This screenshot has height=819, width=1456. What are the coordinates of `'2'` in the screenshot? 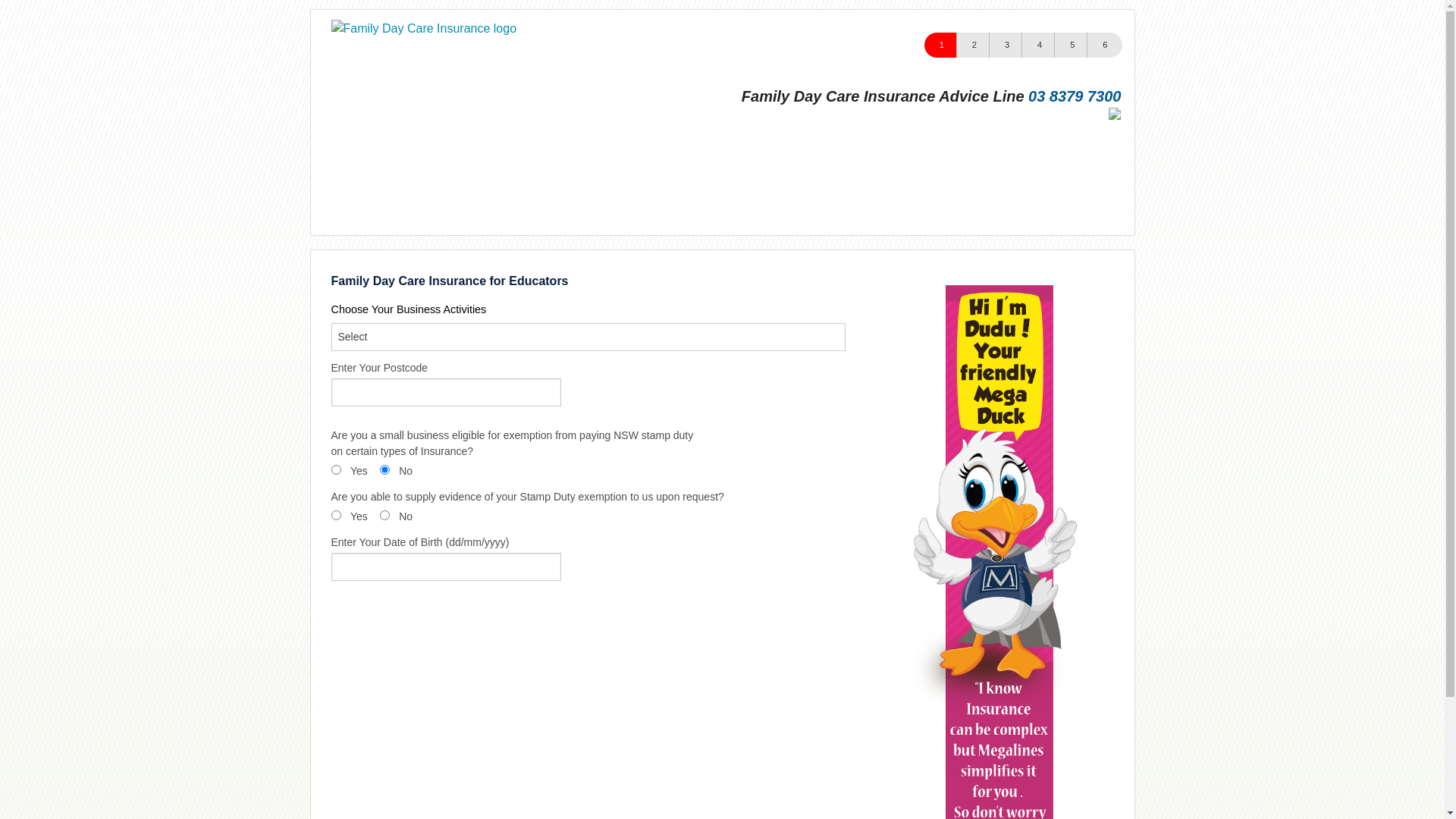 It's located at (974, 44).